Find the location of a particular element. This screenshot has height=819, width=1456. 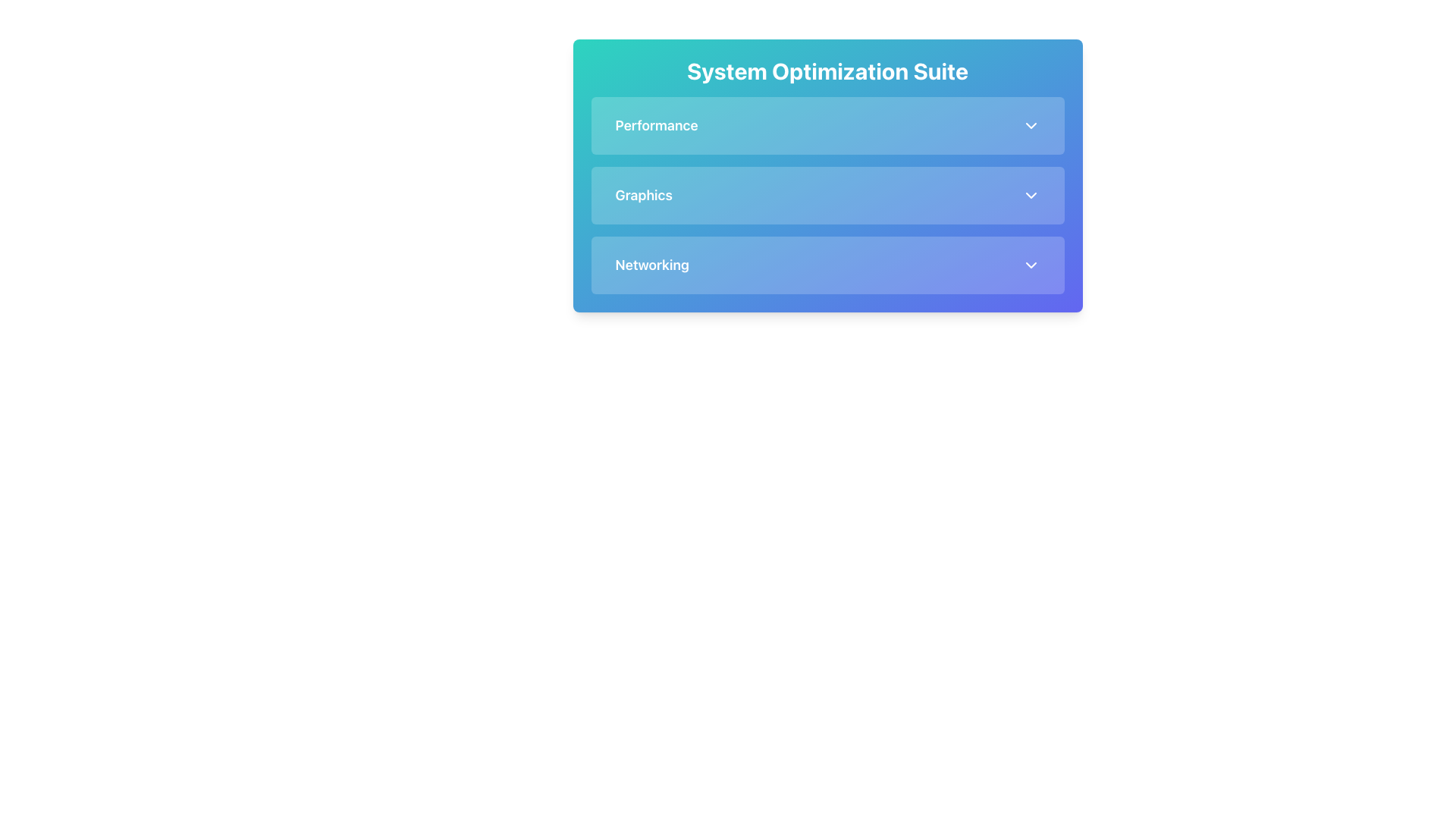

the down-pointing chevron icon located to the right of the 'Graphics' label is located at coordinates (1031, 195).